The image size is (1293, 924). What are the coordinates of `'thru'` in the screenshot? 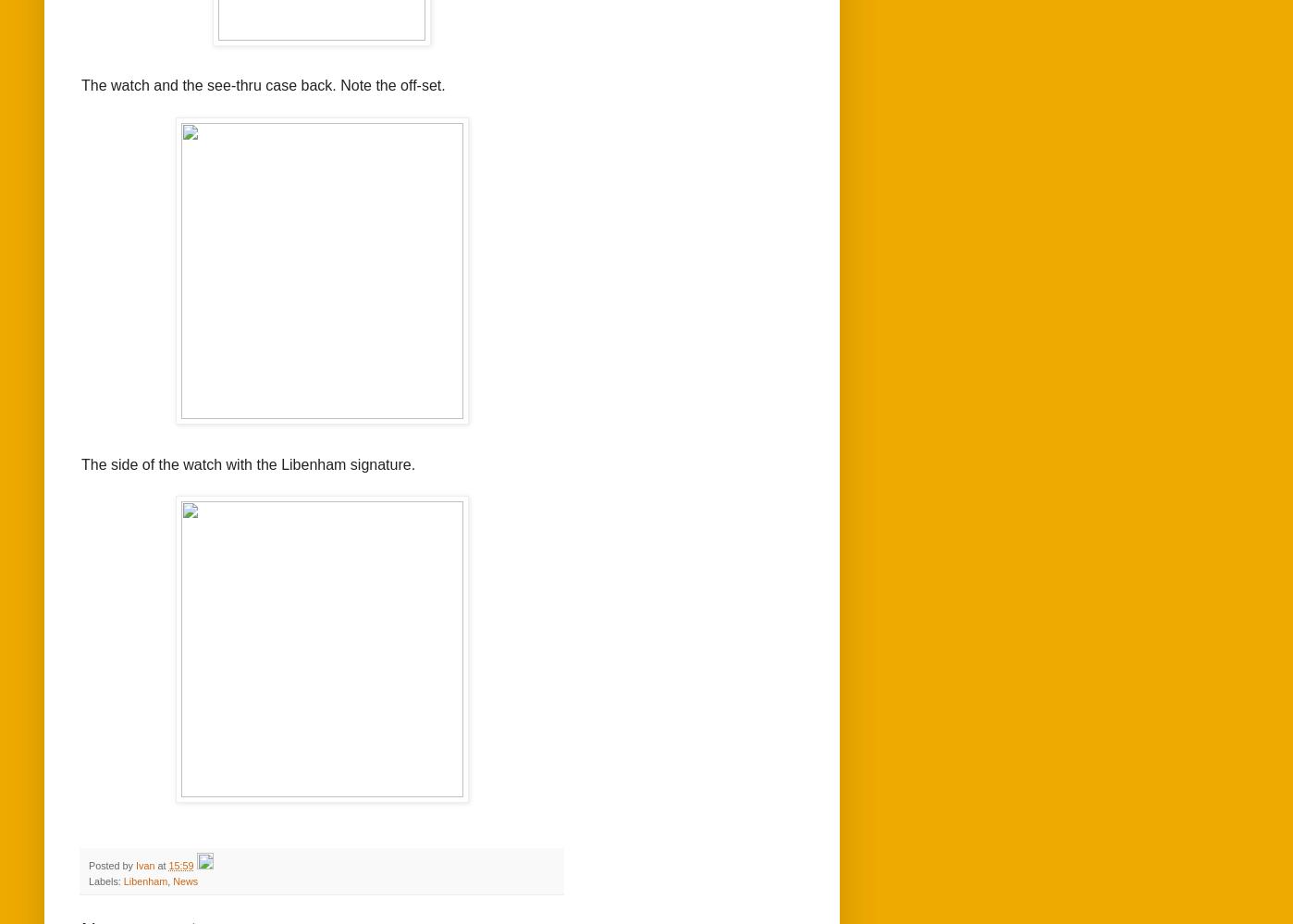 It's located at (248, 84).